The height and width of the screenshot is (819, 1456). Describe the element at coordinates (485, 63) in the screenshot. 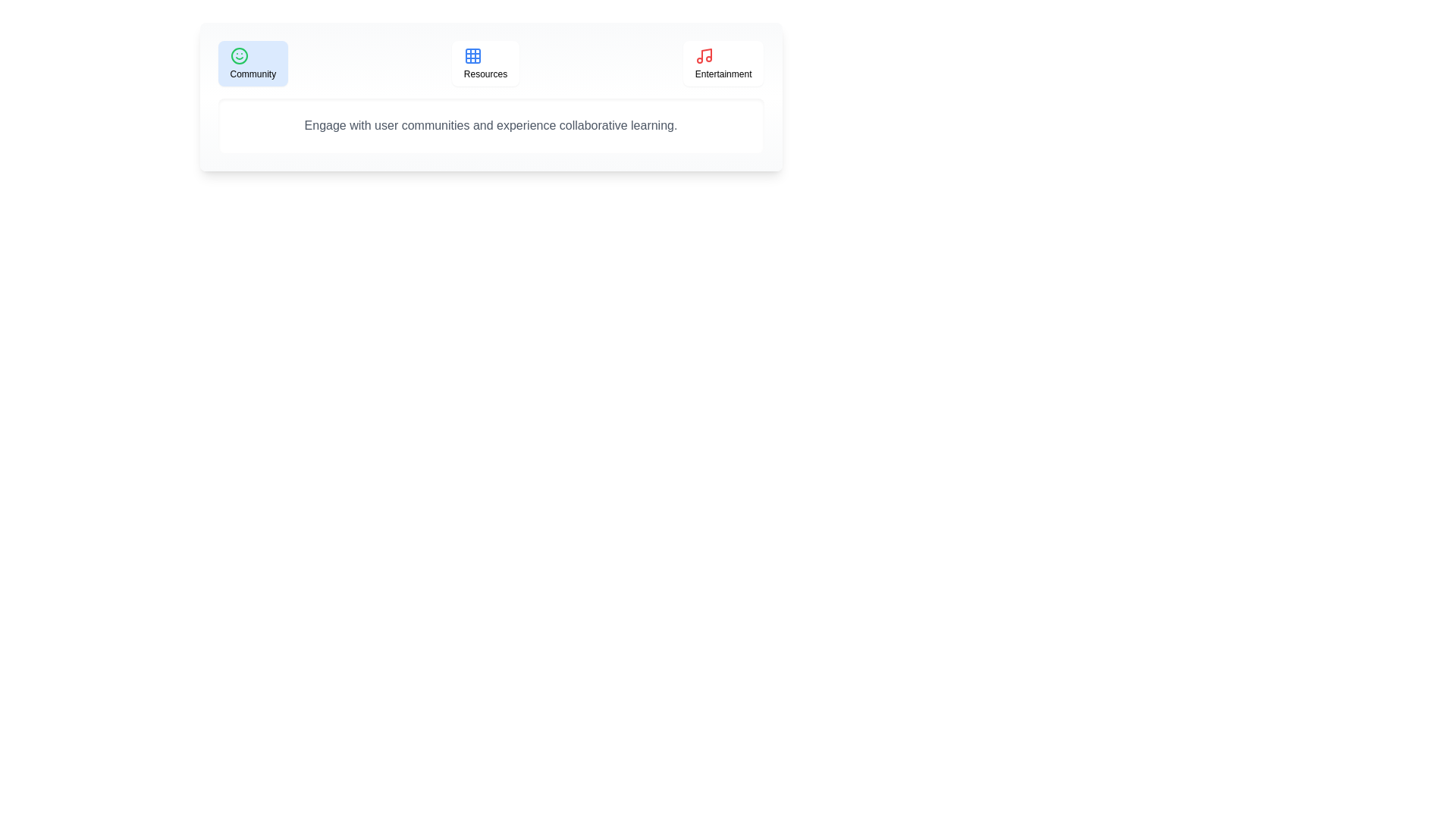

I see `the Resources tab by clicking on it` at that location.